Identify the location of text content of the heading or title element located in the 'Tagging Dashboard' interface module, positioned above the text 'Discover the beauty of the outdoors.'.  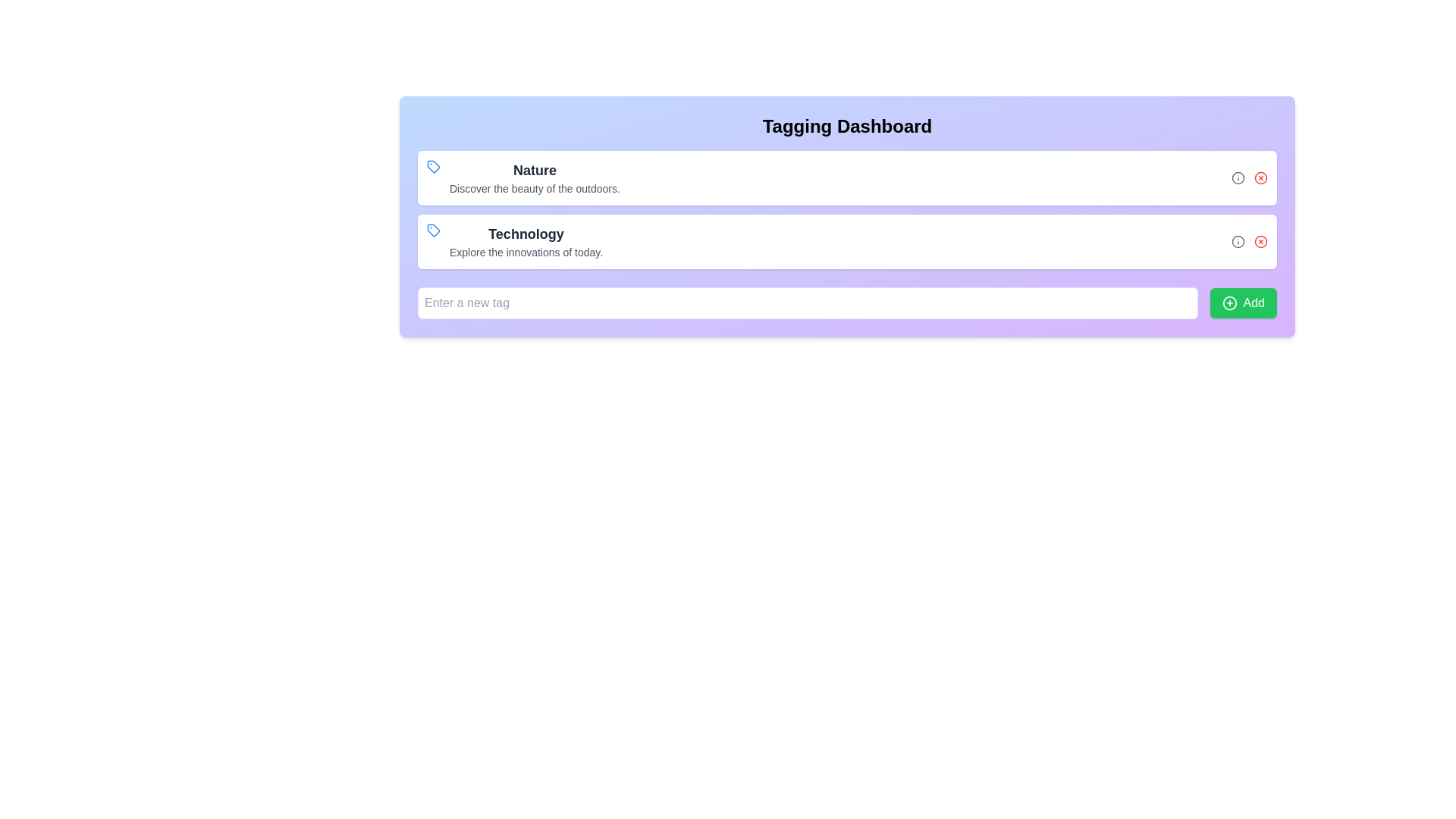
(535, 170).